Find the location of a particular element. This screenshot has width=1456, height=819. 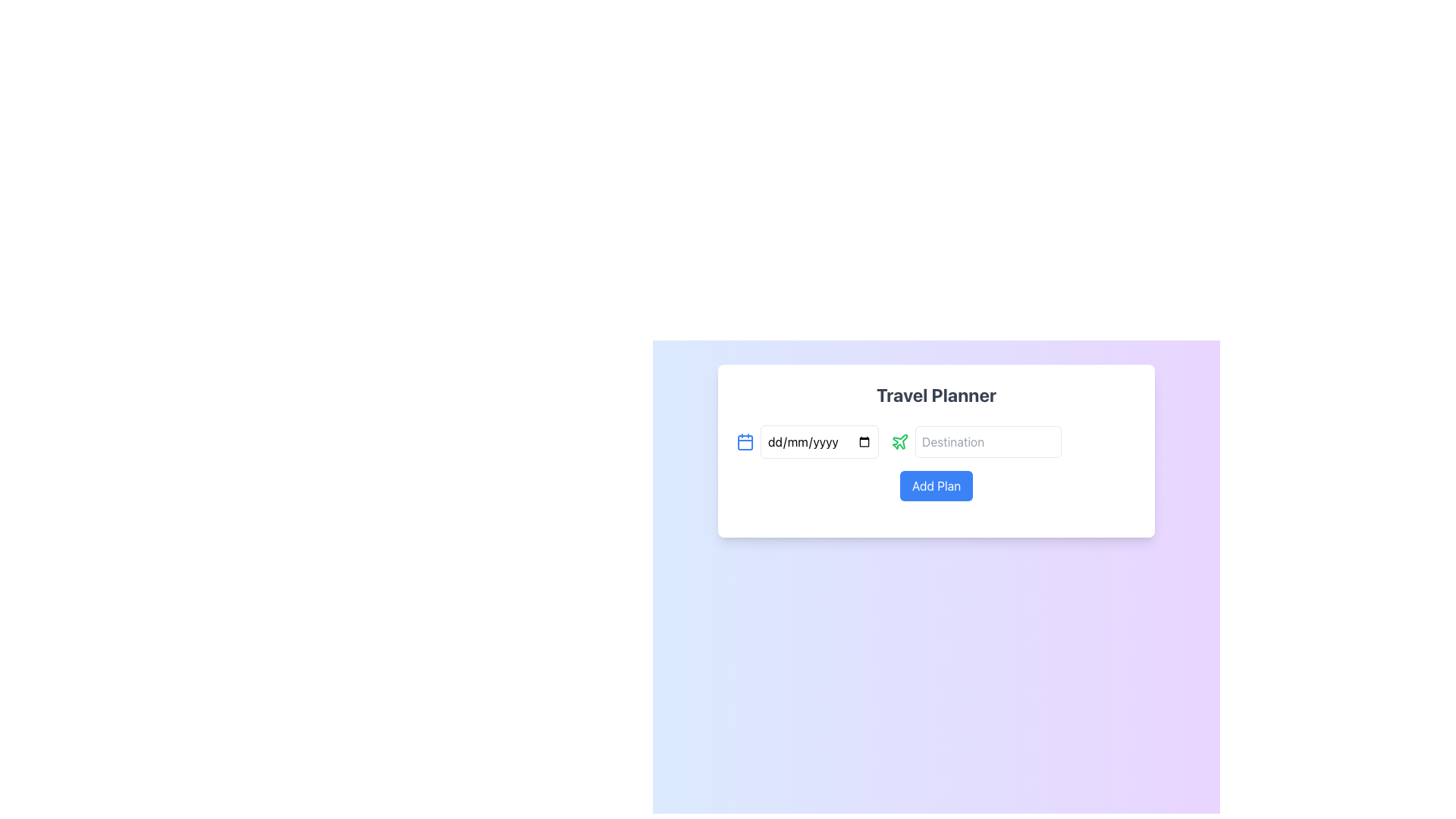

the 'Add Plan' button, which is a blue button with white text located at the bottom of the 'Travel Planner' section is located at coordinates (935, 485).